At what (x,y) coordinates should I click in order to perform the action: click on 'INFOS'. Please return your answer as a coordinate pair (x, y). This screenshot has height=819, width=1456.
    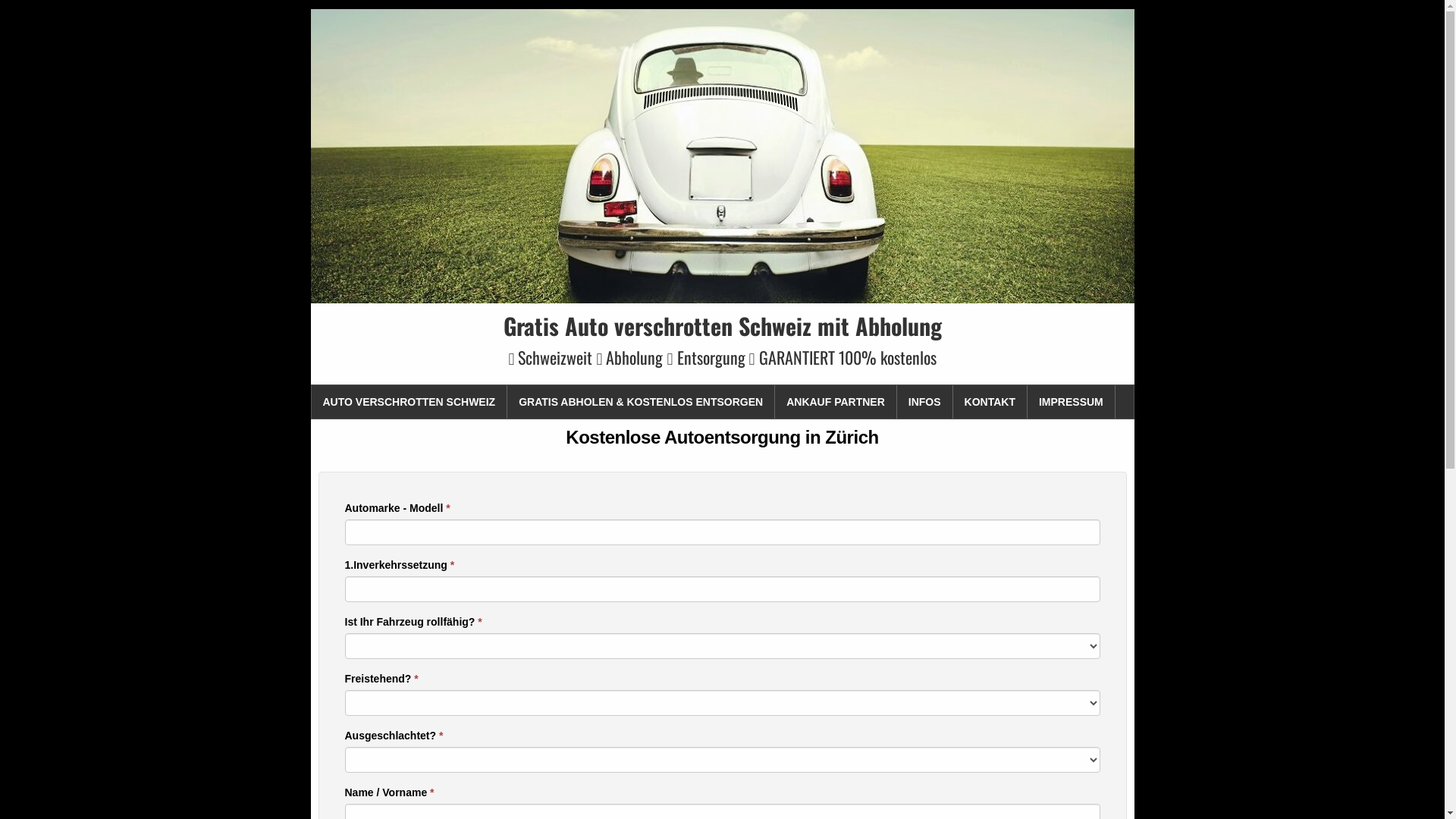
    Looking at the image, I should click on (924, 400).